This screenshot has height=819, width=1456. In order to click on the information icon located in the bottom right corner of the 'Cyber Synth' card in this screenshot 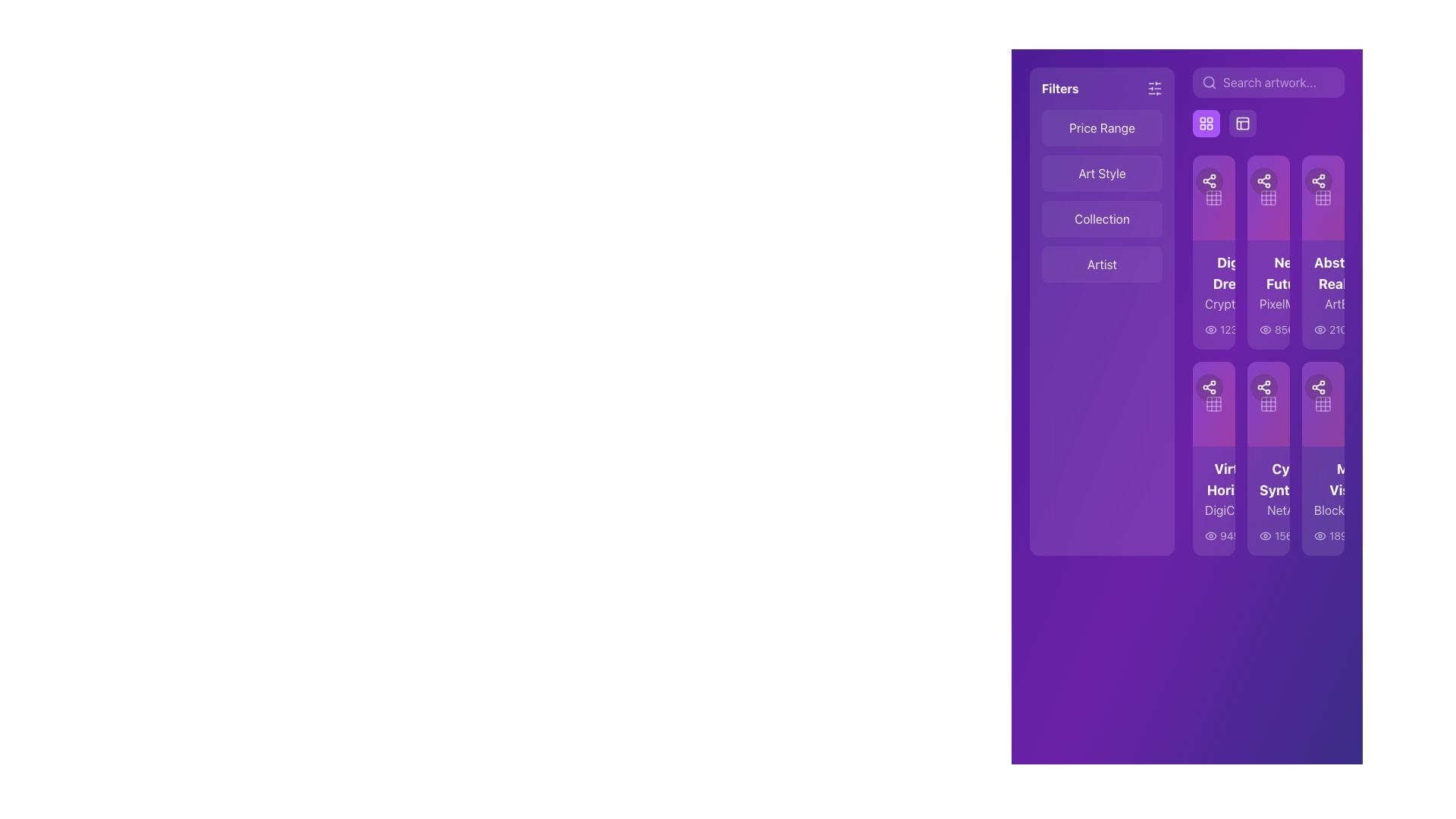, I will do `click(1273, 535)`.